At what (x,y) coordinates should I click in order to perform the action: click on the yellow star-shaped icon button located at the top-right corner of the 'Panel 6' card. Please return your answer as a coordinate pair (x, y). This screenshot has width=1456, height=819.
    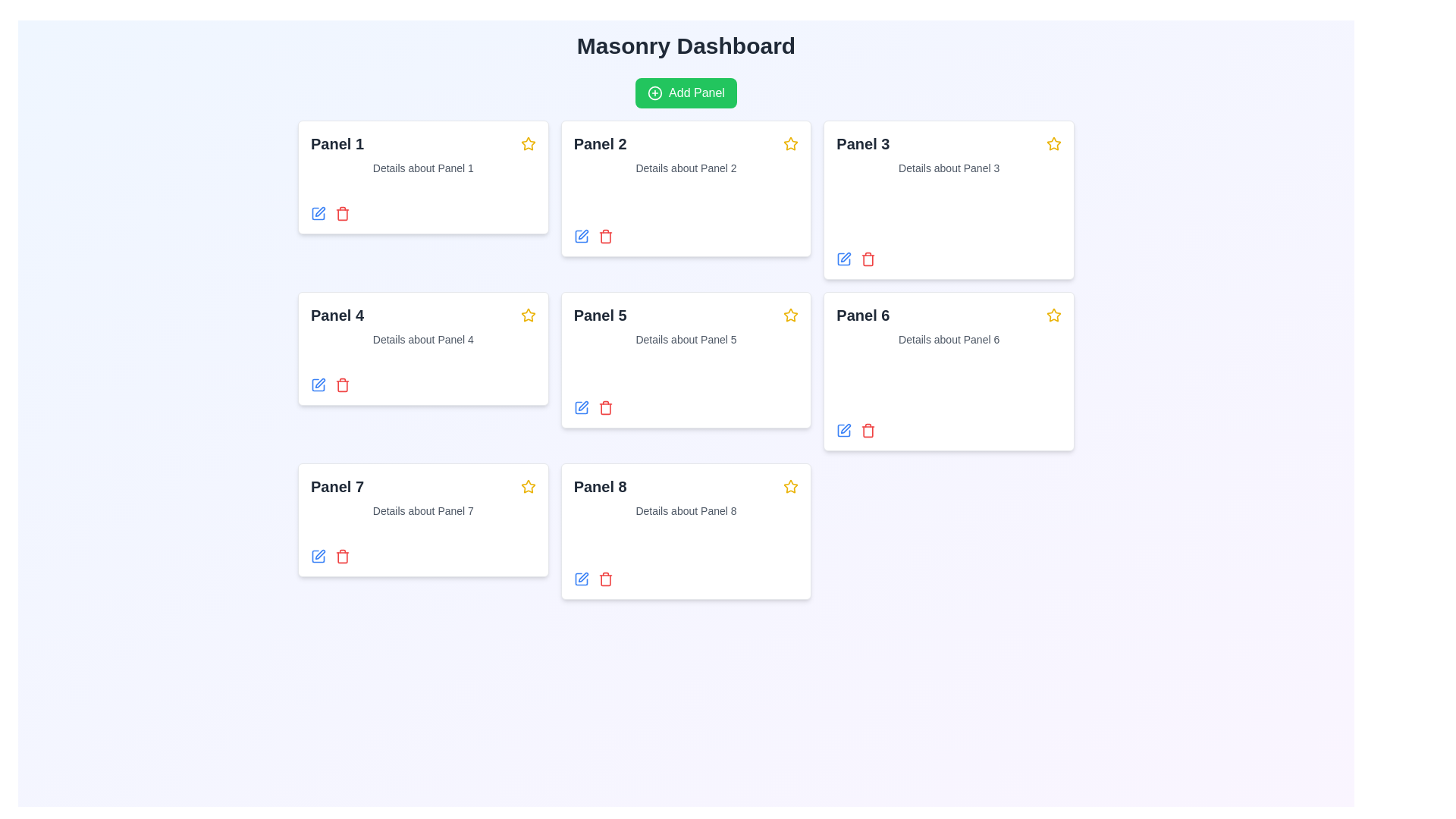
    Looking at the image, I should click on (1053, 315).